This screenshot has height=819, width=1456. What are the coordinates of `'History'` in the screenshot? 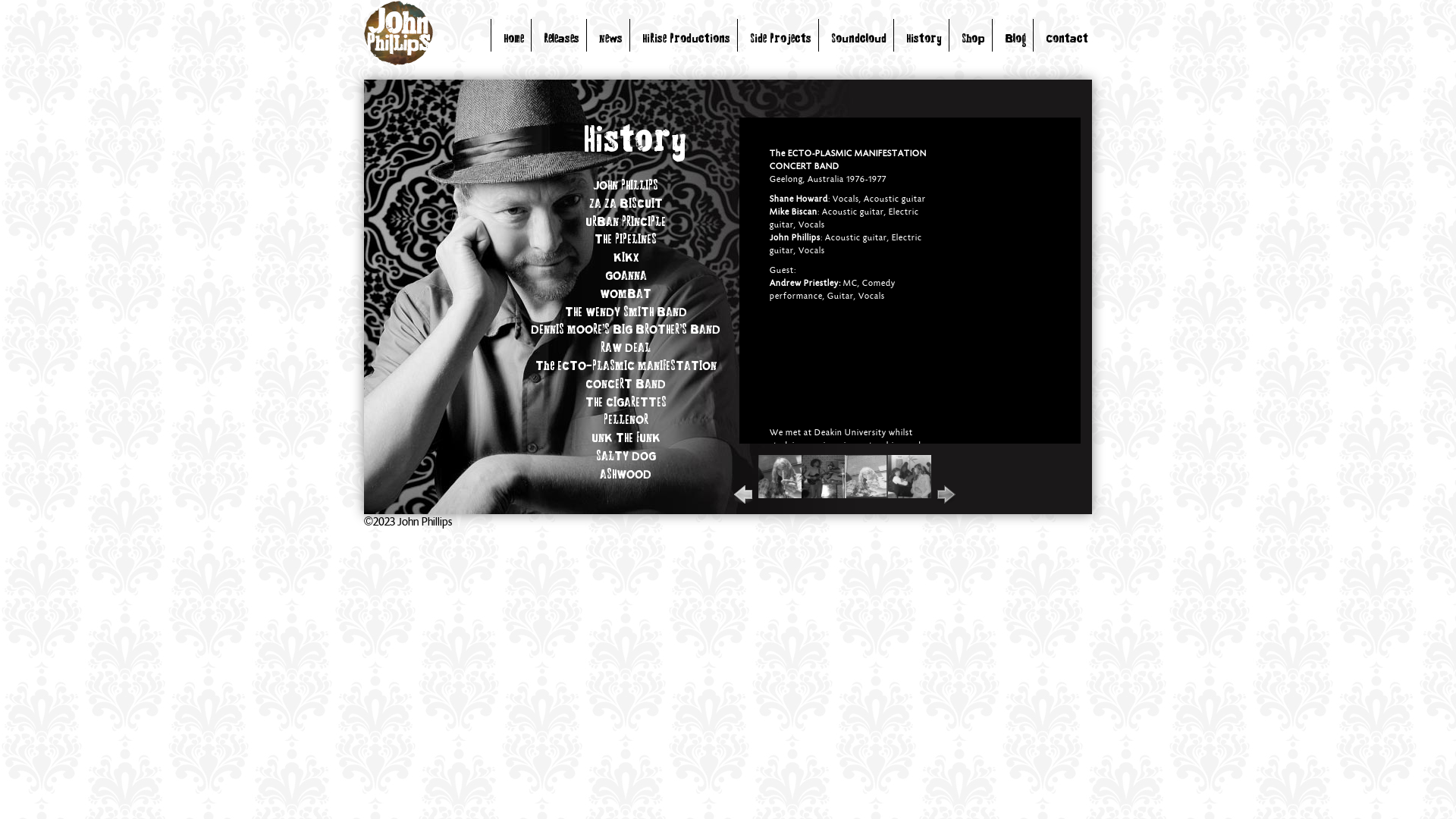 It's located at (923, 39).